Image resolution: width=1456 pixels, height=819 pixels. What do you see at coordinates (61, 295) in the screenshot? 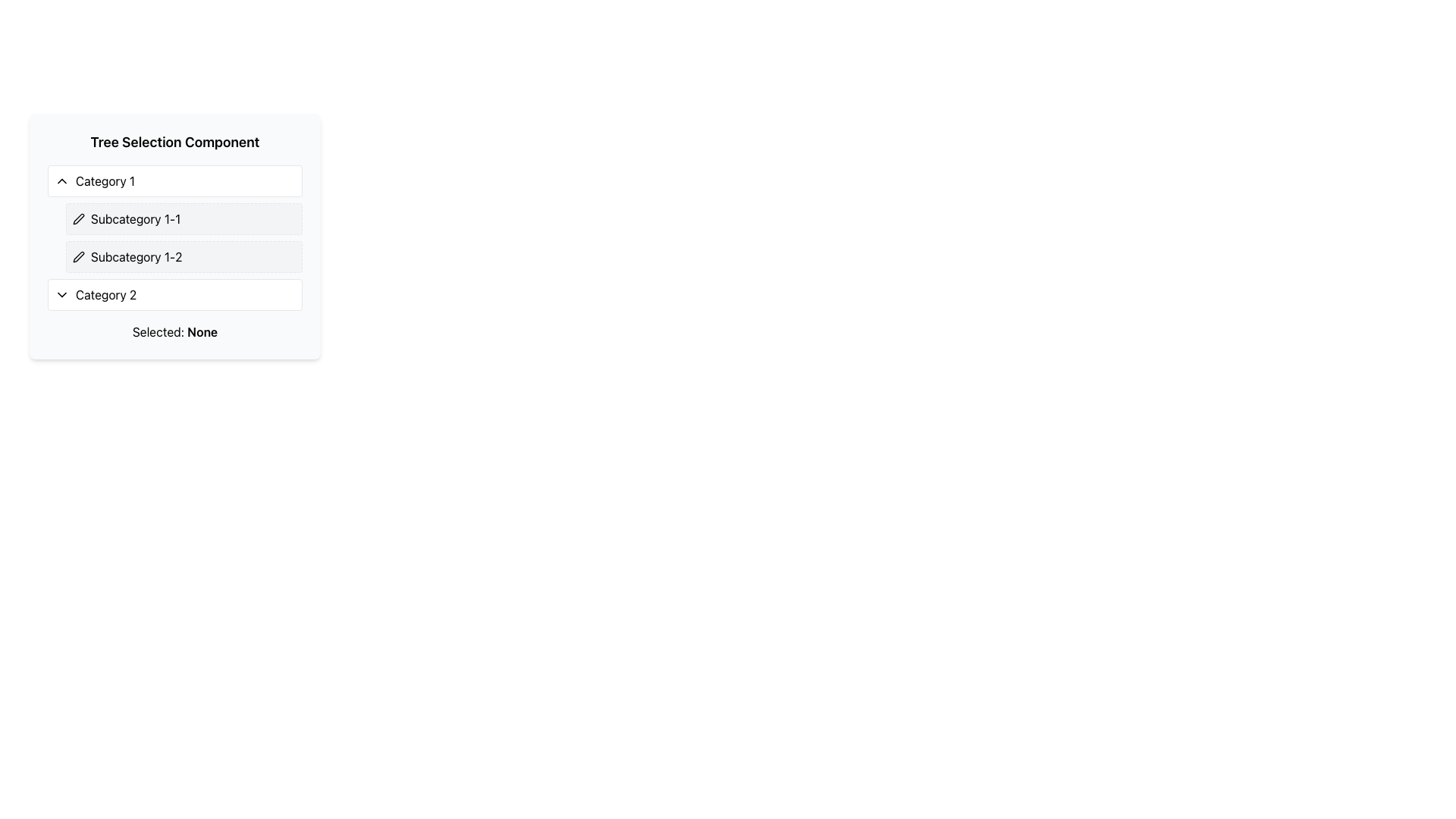
I see `the downward-facing chevron icon next to the 'Category 2' button` at bounding box center [61, 295].